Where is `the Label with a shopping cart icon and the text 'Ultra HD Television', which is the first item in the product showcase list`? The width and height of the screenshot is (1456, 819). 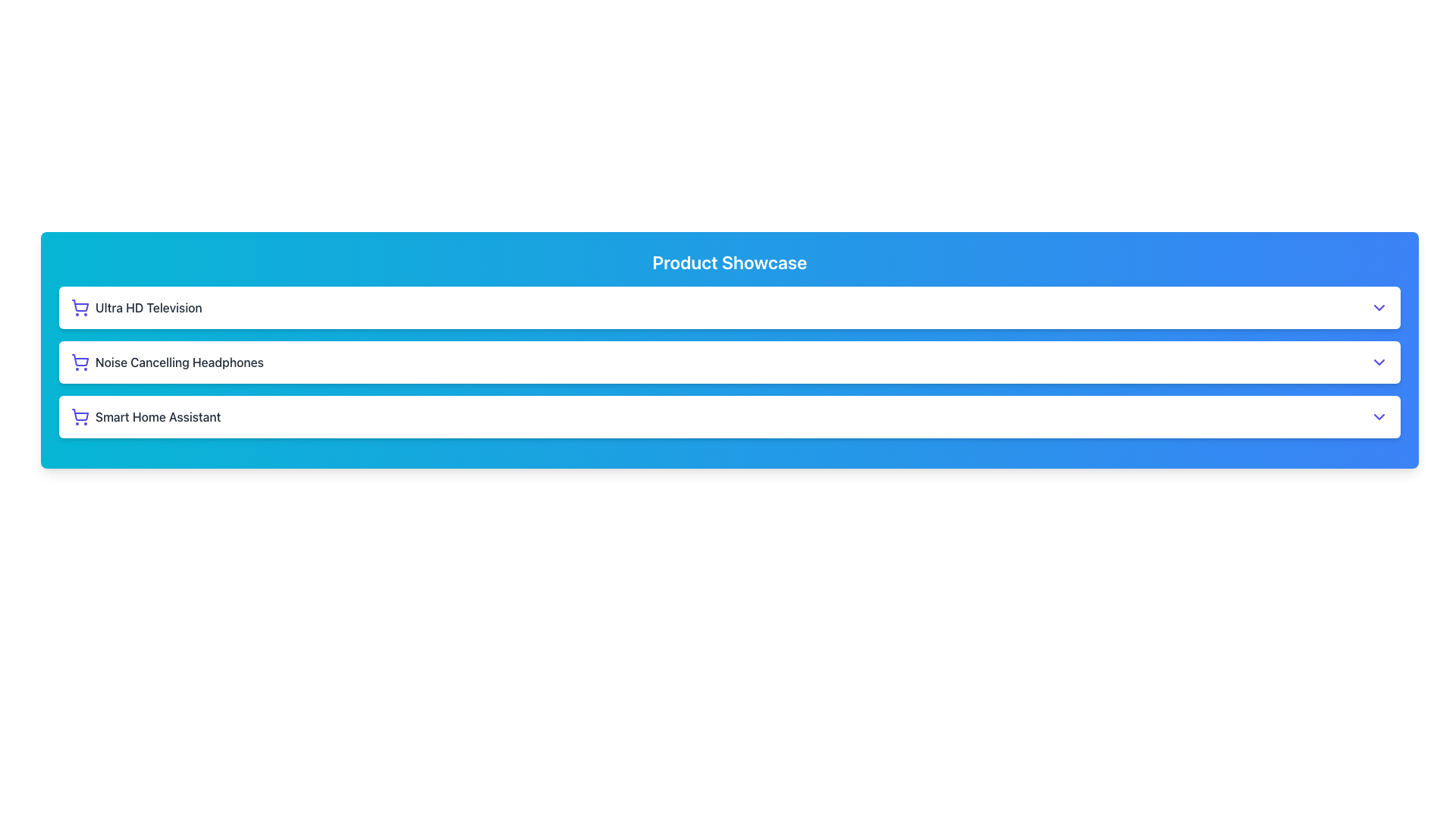
the Label with a shopping cart icon and the text 'Ultra HD Television', which is the first item in the product showcase list is located at coordinates (136, 307).